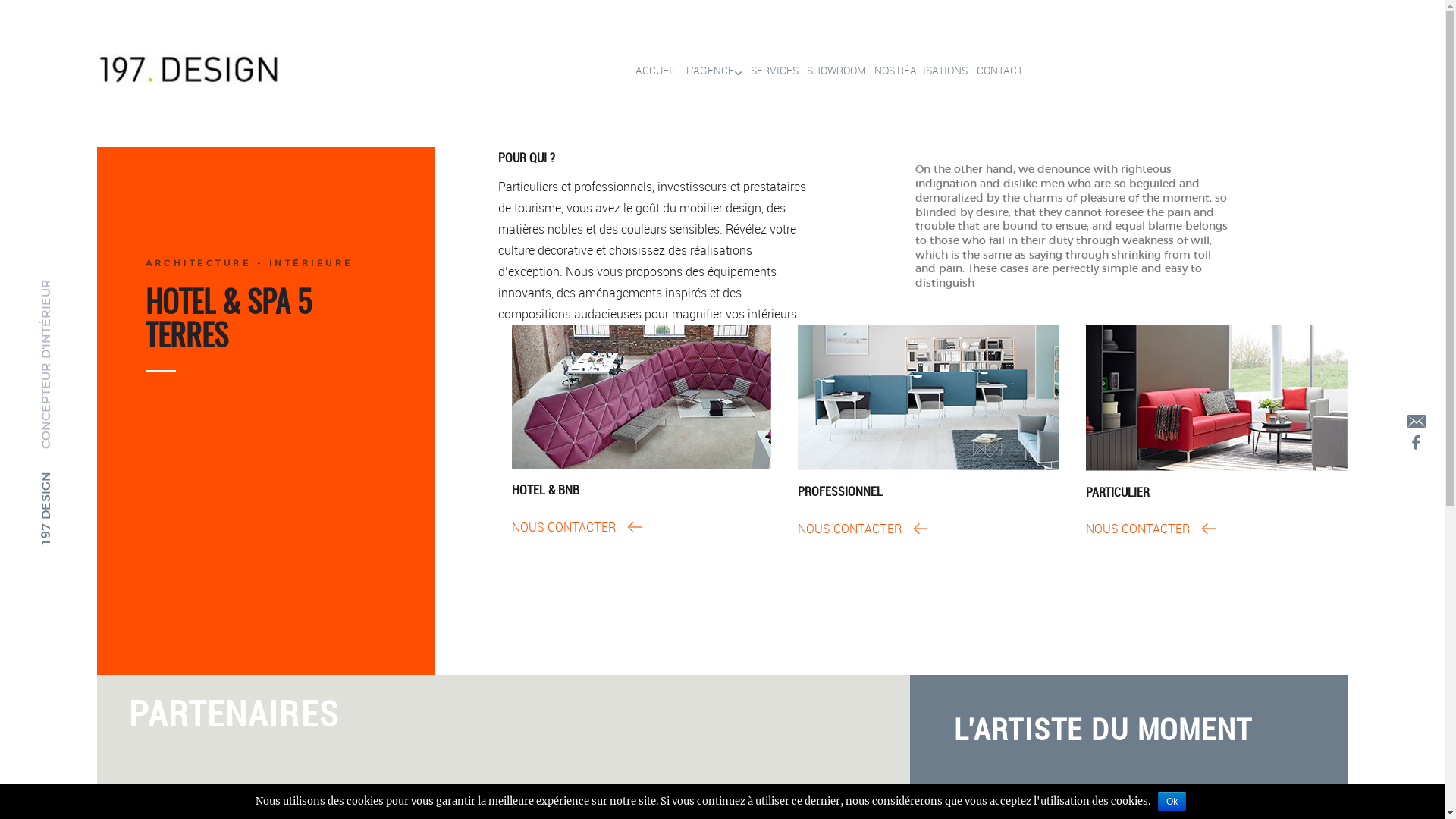  I want to click on 'NOUS CONTACTER', so click(1150, 528).